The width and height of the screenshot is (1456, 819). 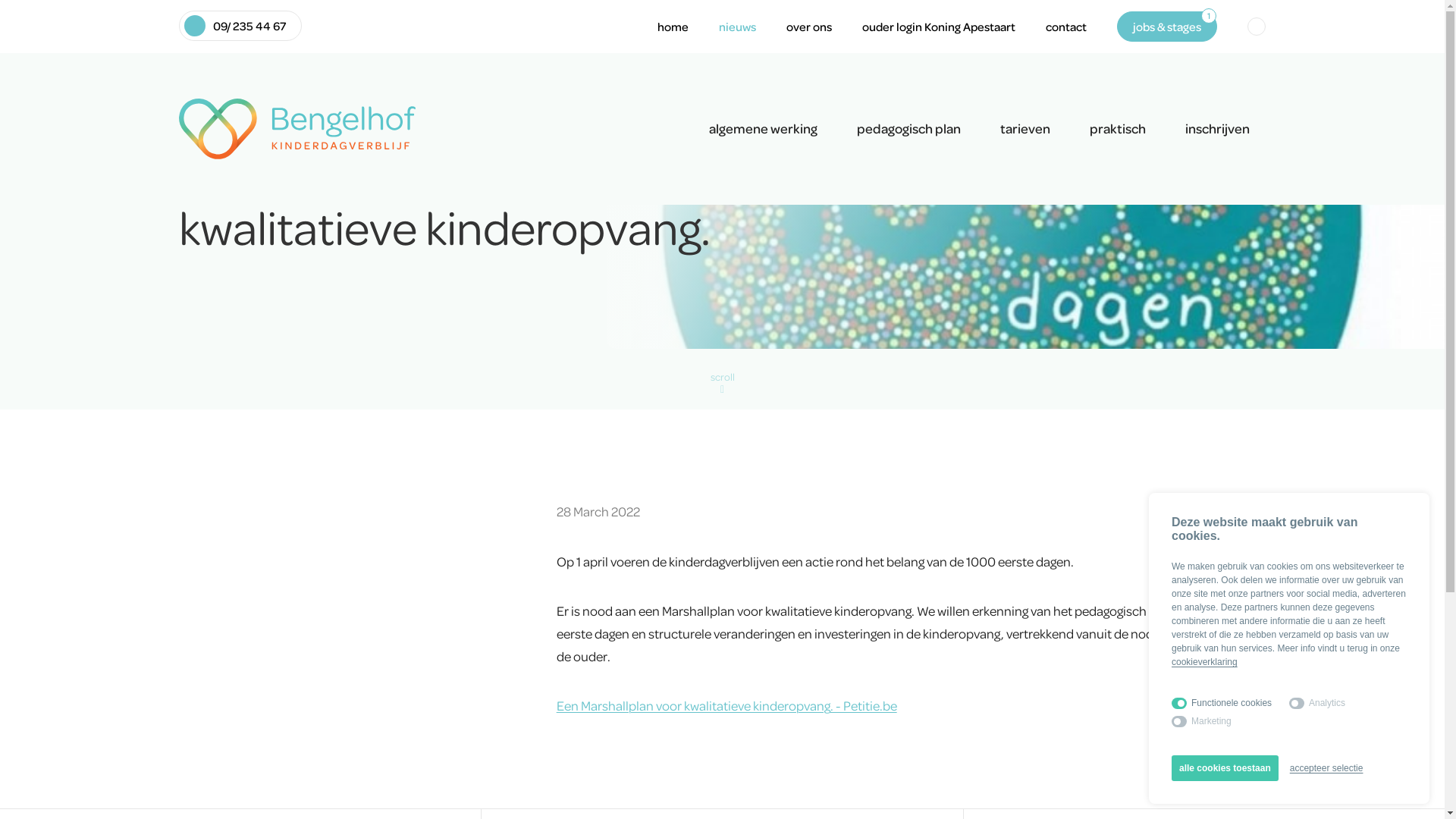 What do you see at coordinates (737, 26) in the screenshot?
I see `'nieuws'` at bounding box center [737, 26].